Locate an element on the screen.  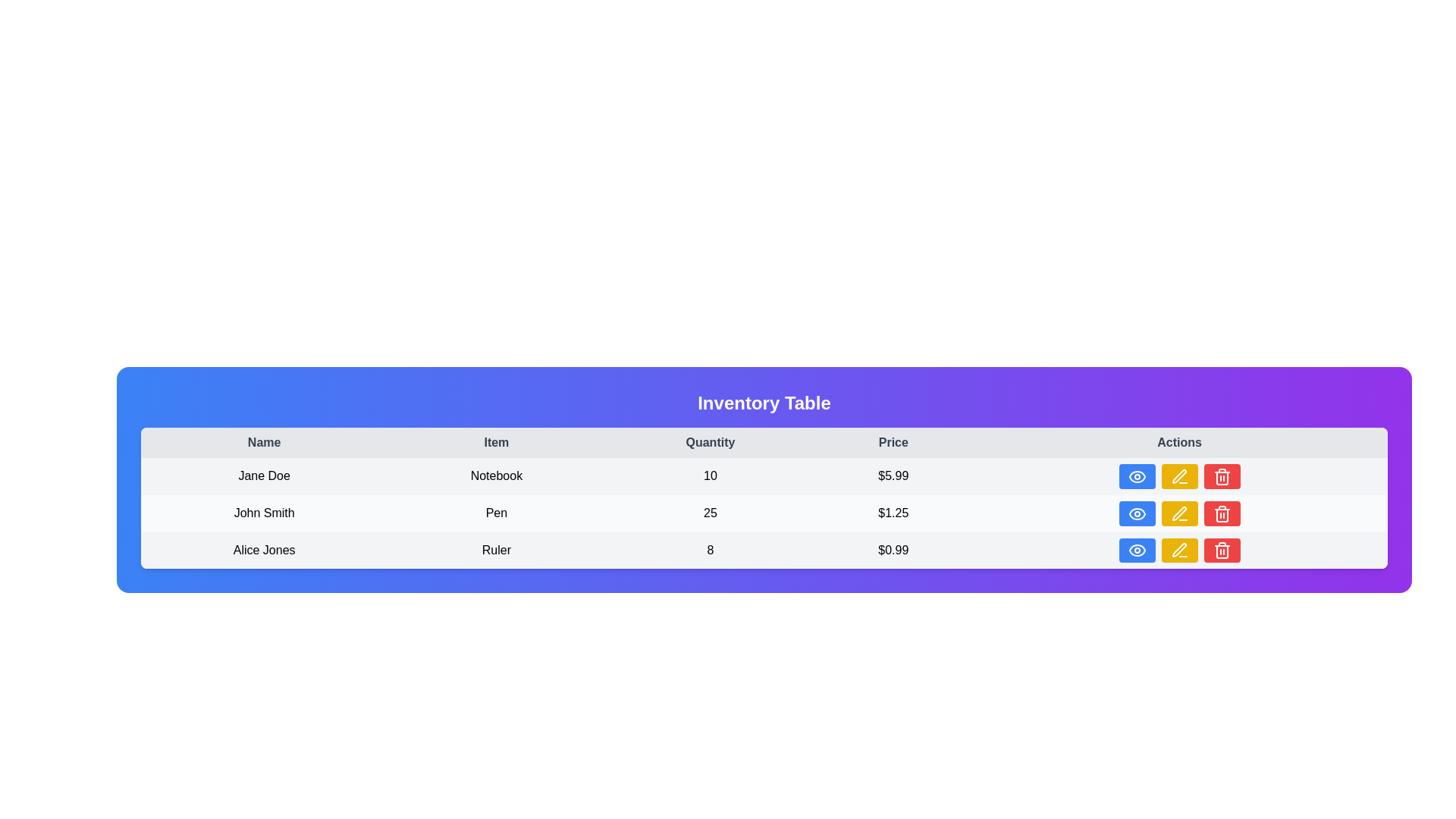
the eye icon button in the Actions column of the data table for the 'John Smith' entry is located at coordinates (1137, 475).